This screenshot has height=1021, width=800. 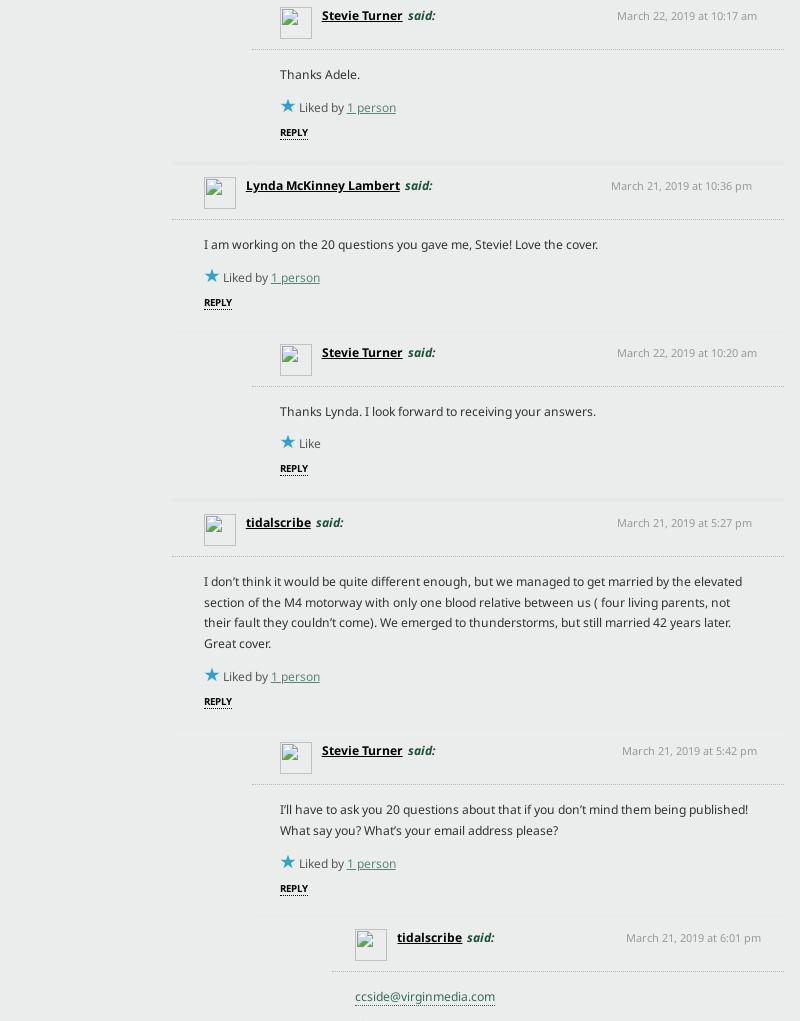 What do you see at coordinates (321, 184) in the screenshot?
I see `'Lynda McKinney Lambert'` at bounding box center [321, 184].